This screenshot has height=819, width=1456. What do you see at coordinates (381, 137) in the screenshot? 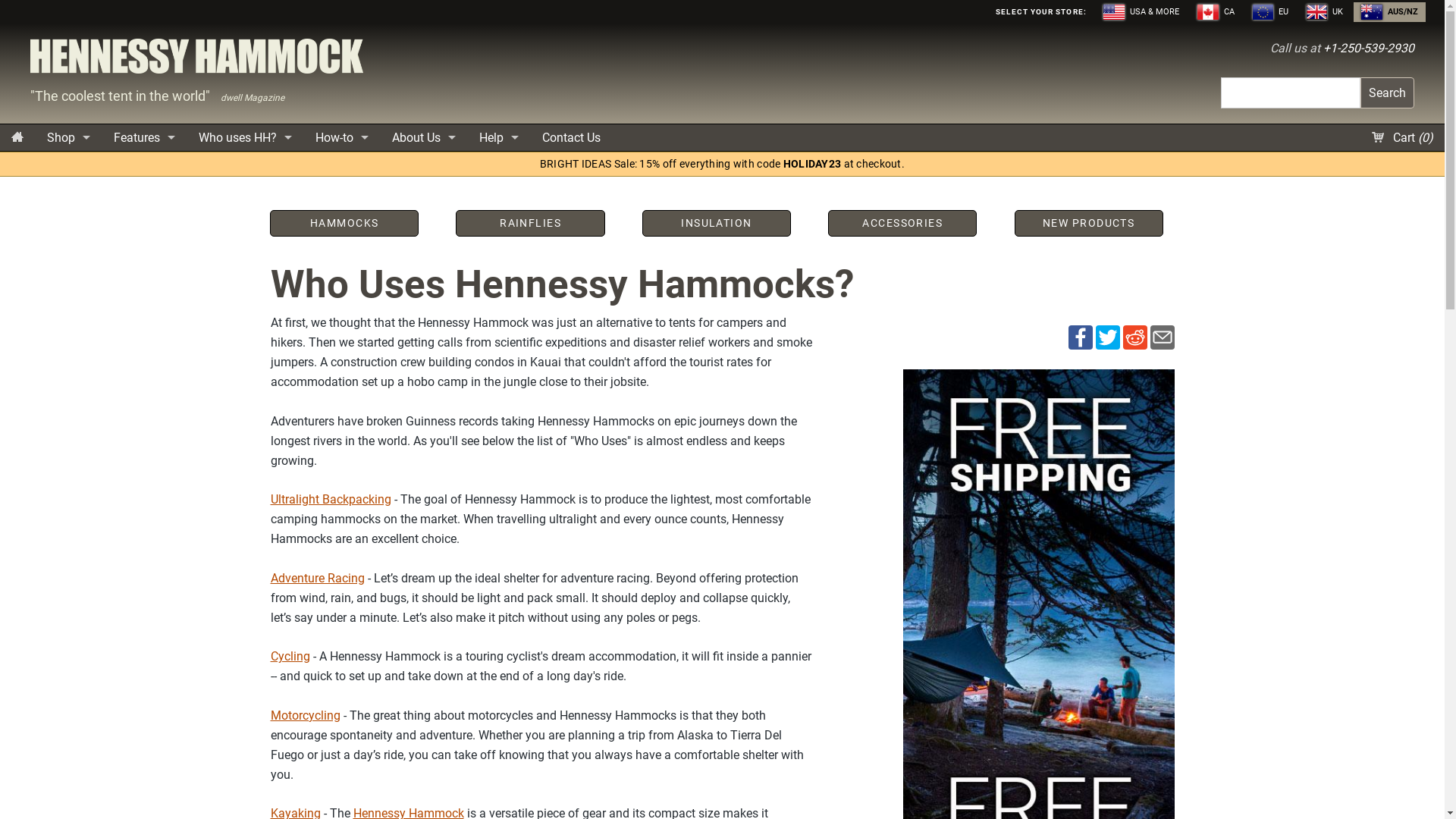
I see `'About Us'` at bounding box center [381, 137].